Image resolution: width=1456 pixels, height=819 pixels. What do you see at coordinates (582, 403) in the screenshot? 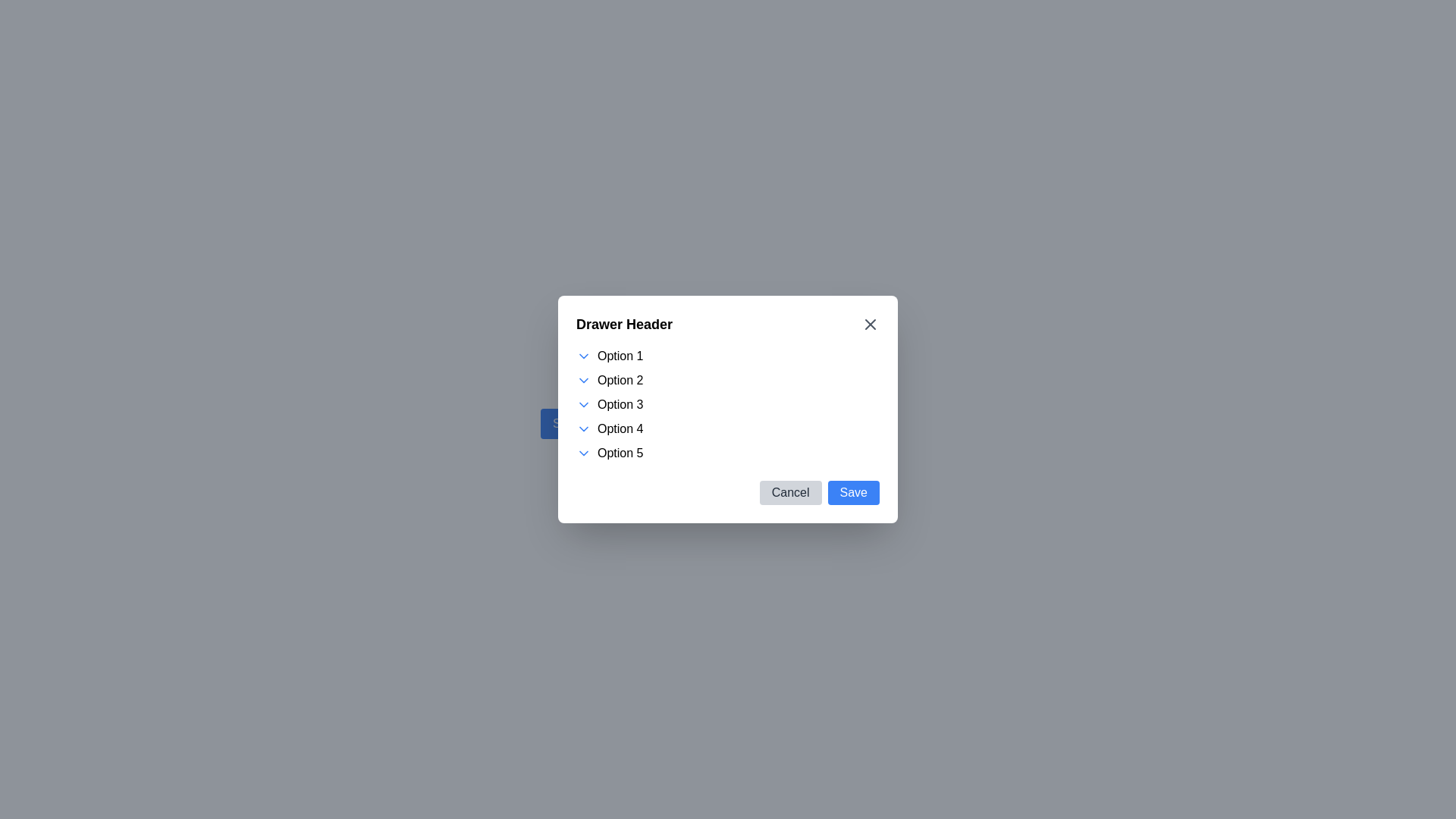
I see `the chevron icon located to the left of the 'Option 3' label` at bounding box center [582, 403].